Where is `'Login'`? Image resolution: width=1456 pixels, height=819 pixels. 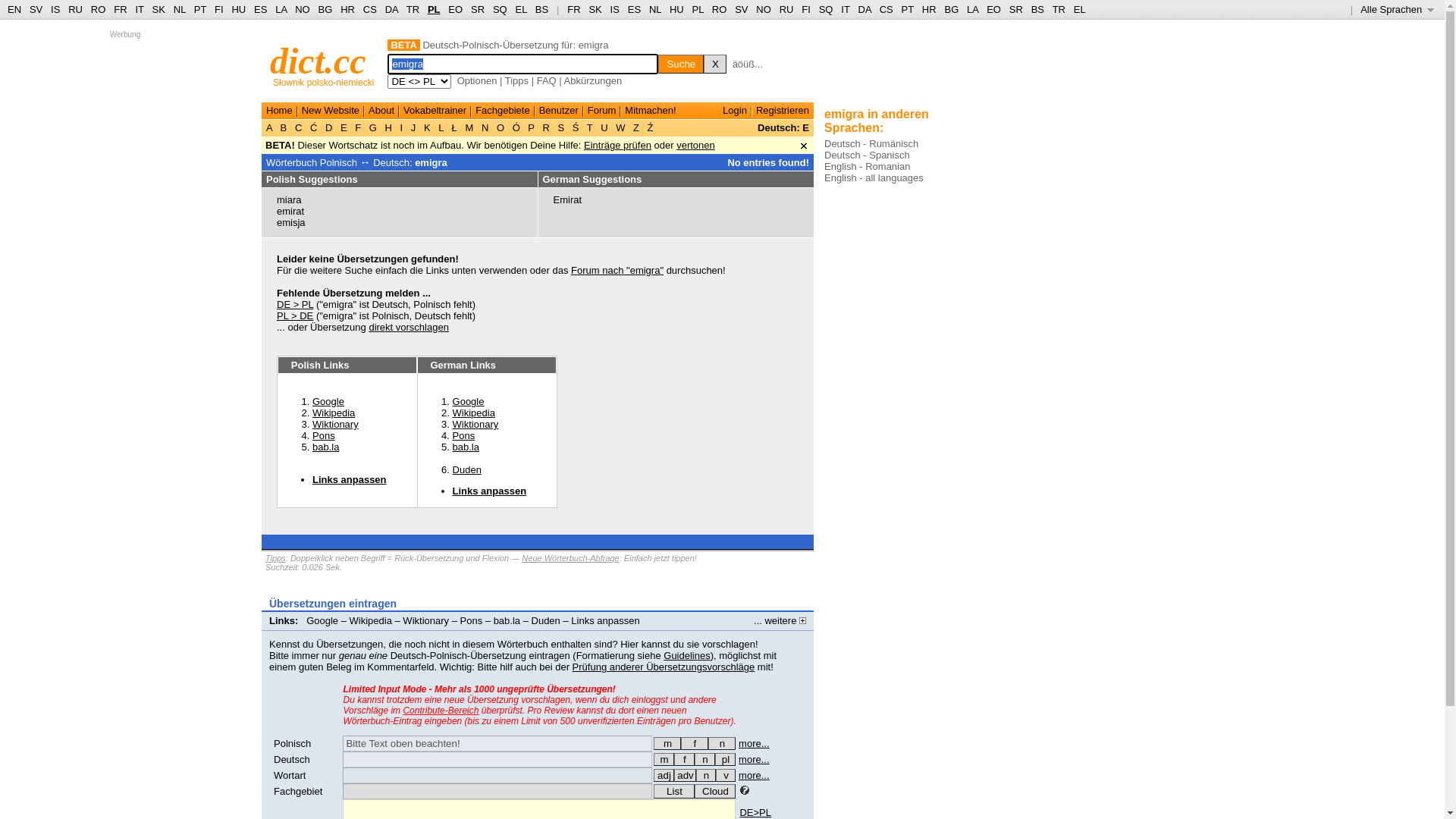 'Login' is located at coordinates (735, 109).